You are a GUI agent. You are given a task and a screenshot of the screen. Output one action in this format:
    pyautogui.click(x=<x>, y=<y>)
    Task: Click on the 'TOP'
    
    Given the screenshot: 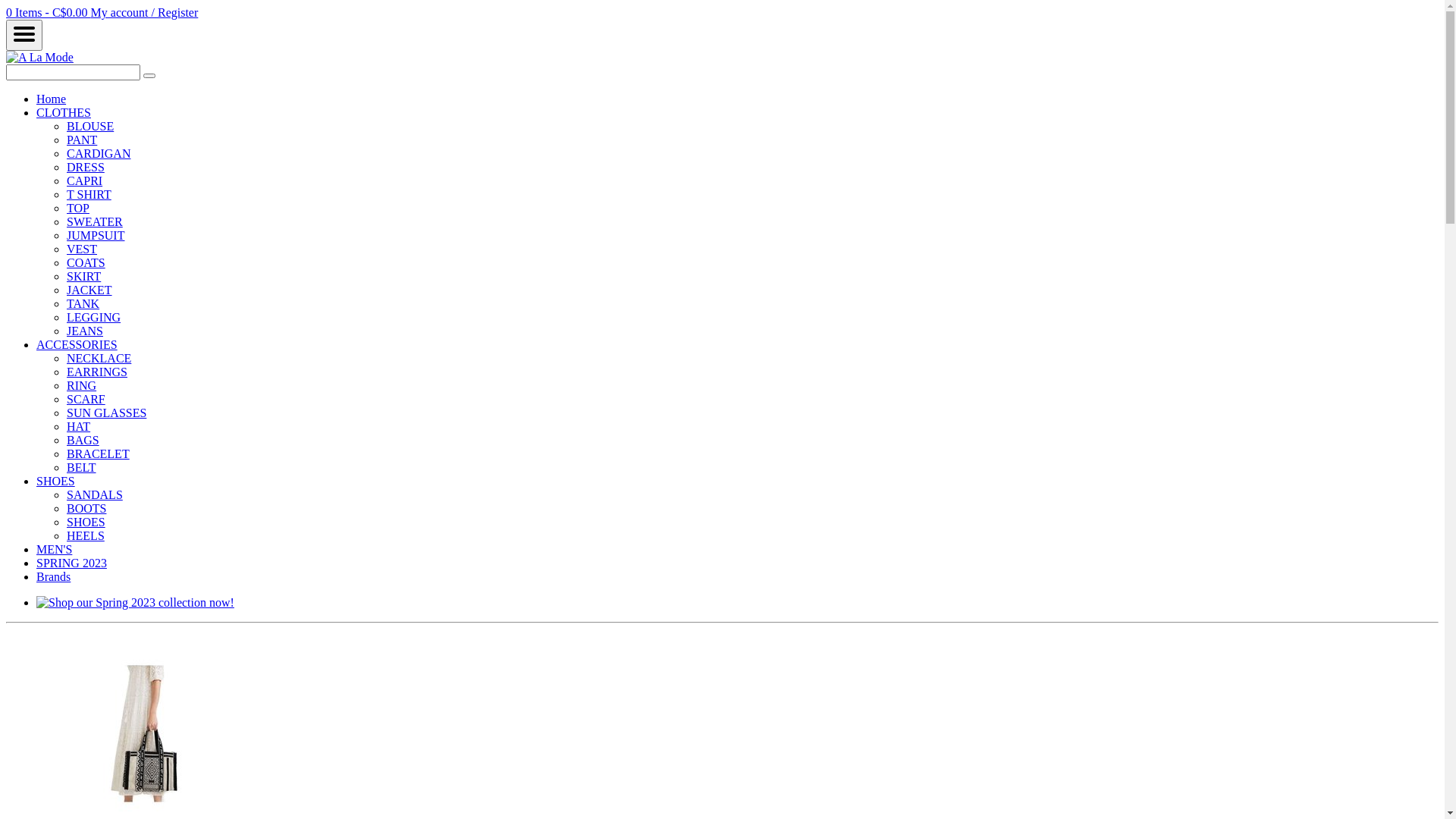 What is the action you would take?
    pyautogui.click(x=77, y=208)
    